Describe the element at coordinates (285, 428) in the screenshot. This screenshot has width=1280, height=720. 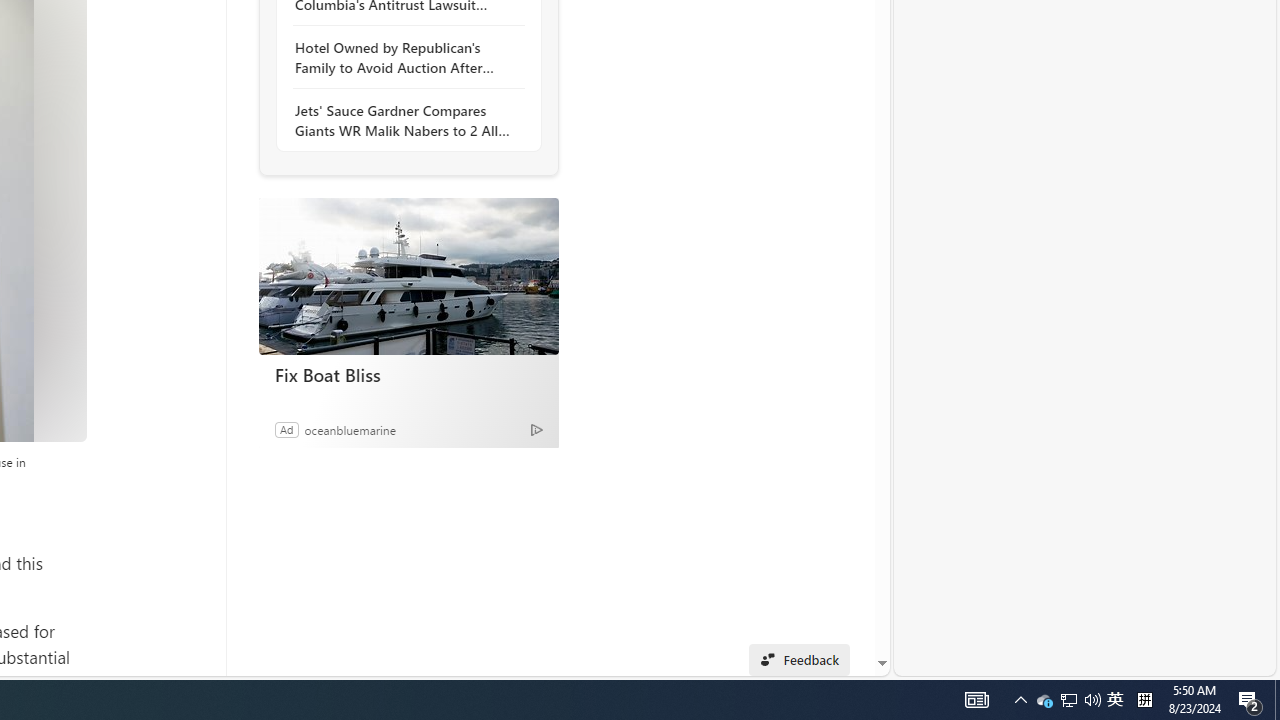
I see `'Ad'` at that location.